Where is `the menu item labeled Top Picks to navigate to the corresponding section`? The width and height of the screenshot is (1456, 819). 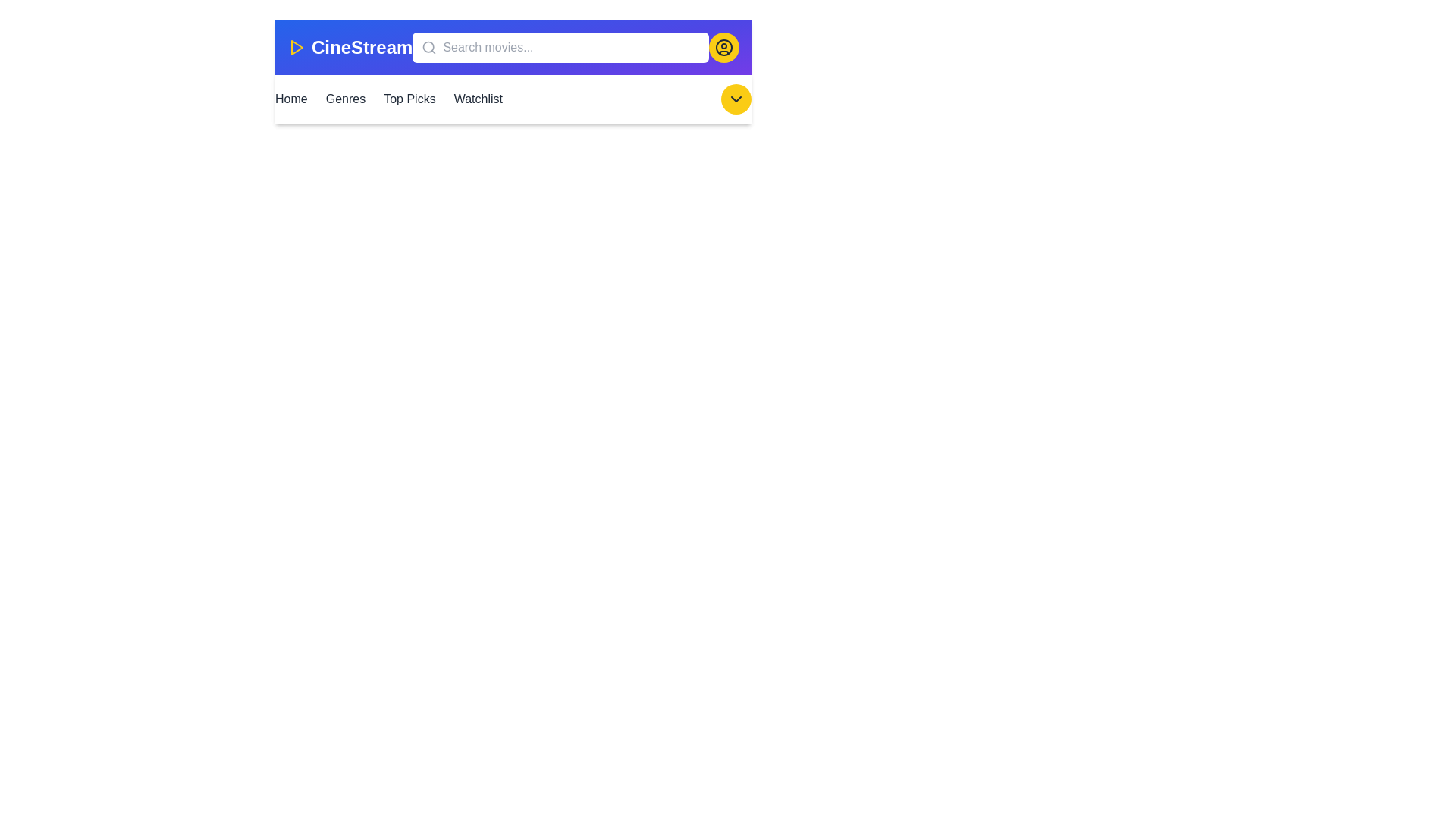 the menu item labeled Top Picks to navigate to the corresponding section is located at coordinates (409, 99).